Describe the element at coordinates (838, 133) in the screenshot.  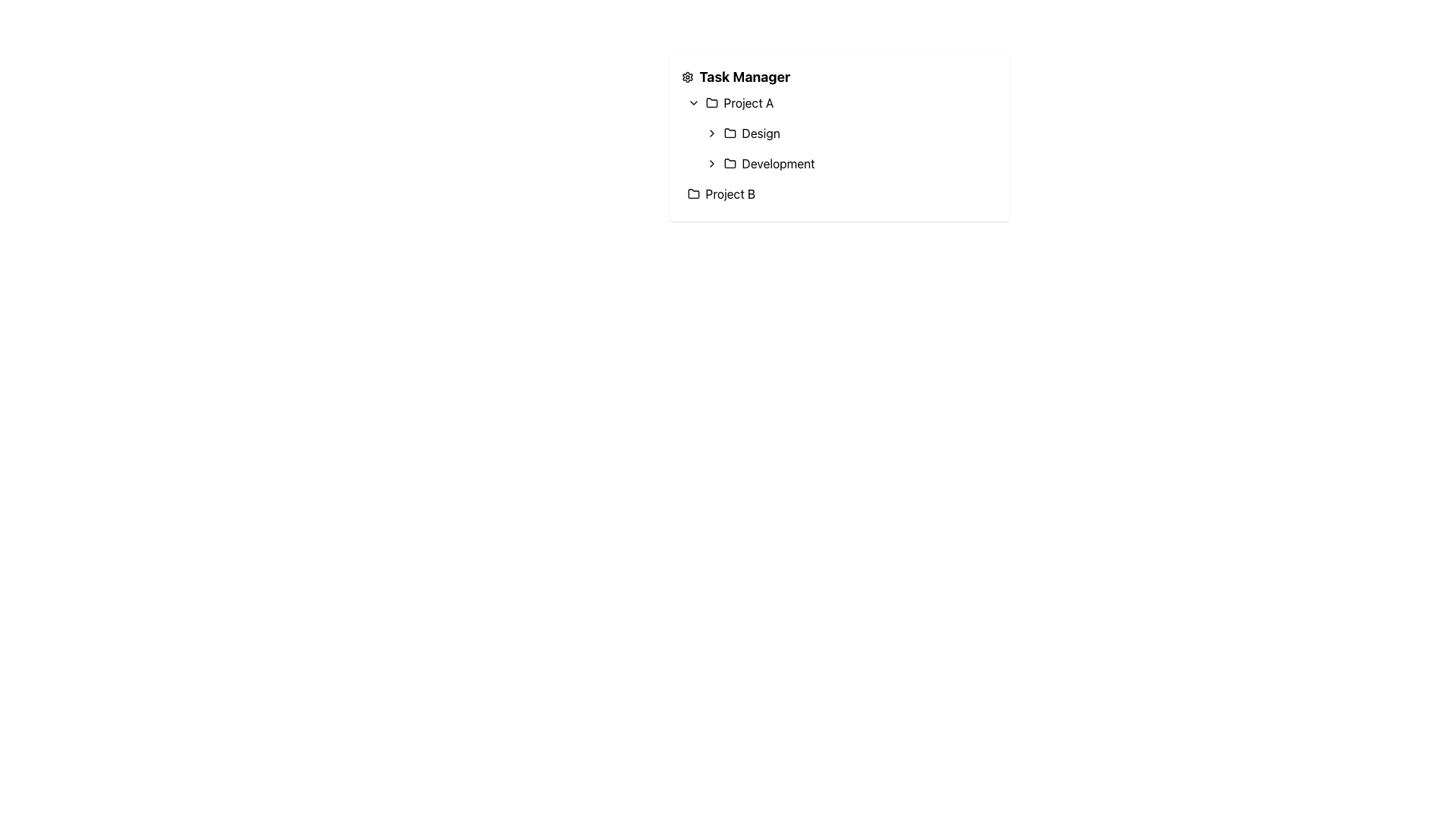
I see `the hierarchical list item titled 'Project ADesignDevelopment'` at that location.